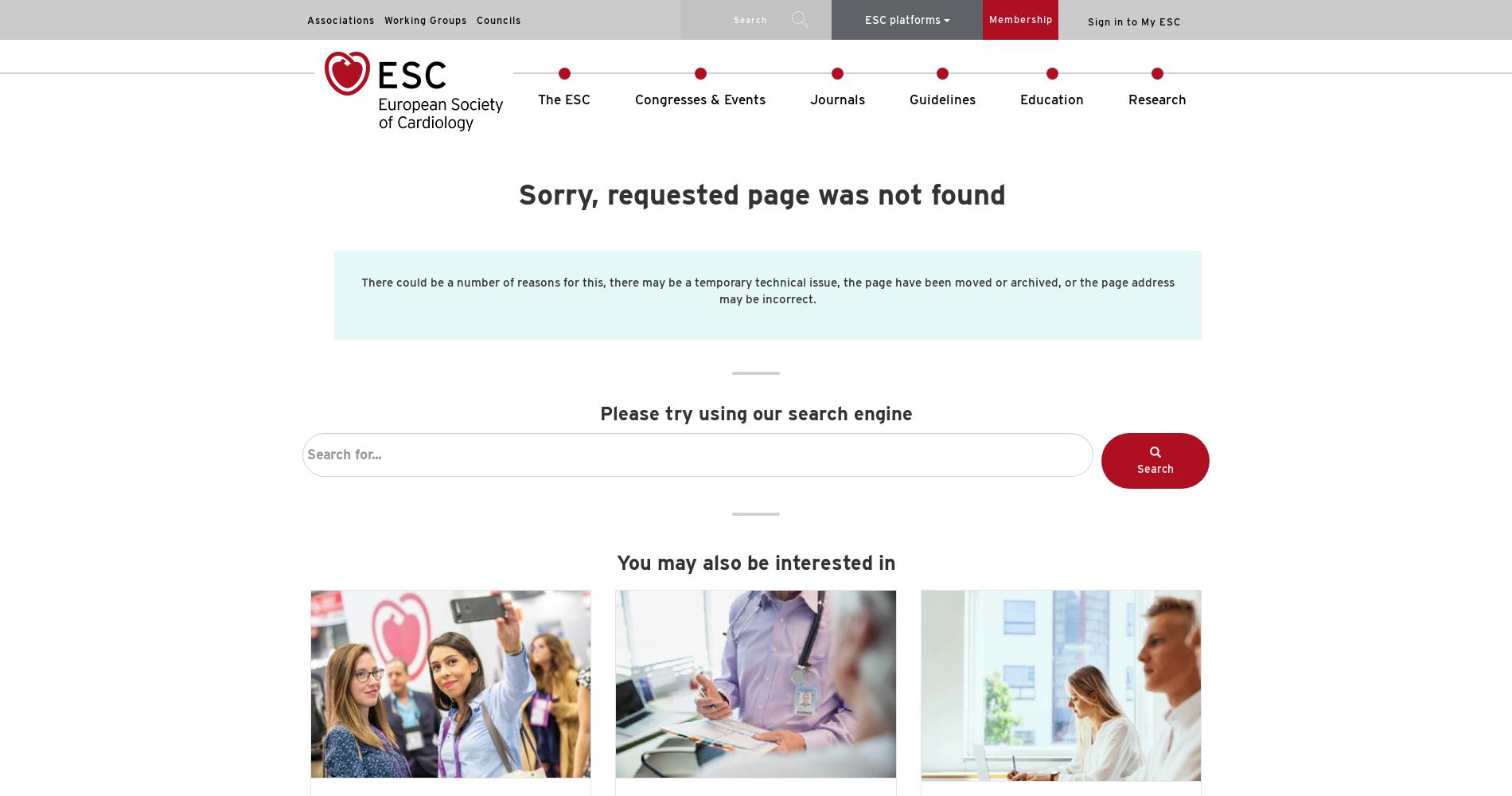 Image resolution: width=1512 pixels, height=796 pixels. I want to click on 'Councils', so click(499, 20).